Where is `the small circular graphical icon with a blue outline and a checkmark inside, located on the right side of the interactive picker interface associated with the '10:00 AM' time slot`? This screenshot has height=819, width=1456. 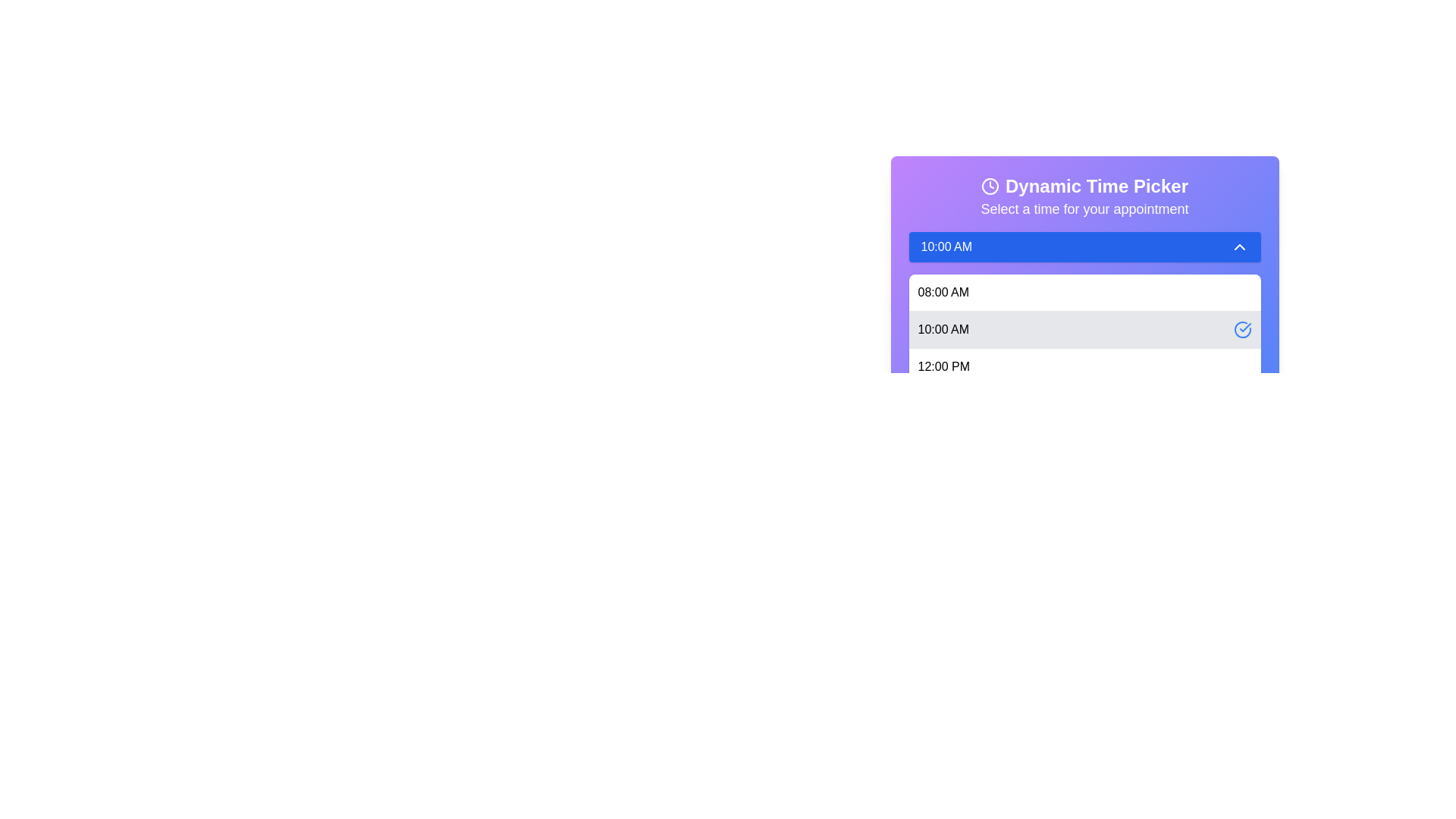 the small circular graphical icon with a blue outline and a checkmark inside, located on the right side of the interactive picker interface associated with the '10:00 AM' time slot is located at coordinates (1242, 329).